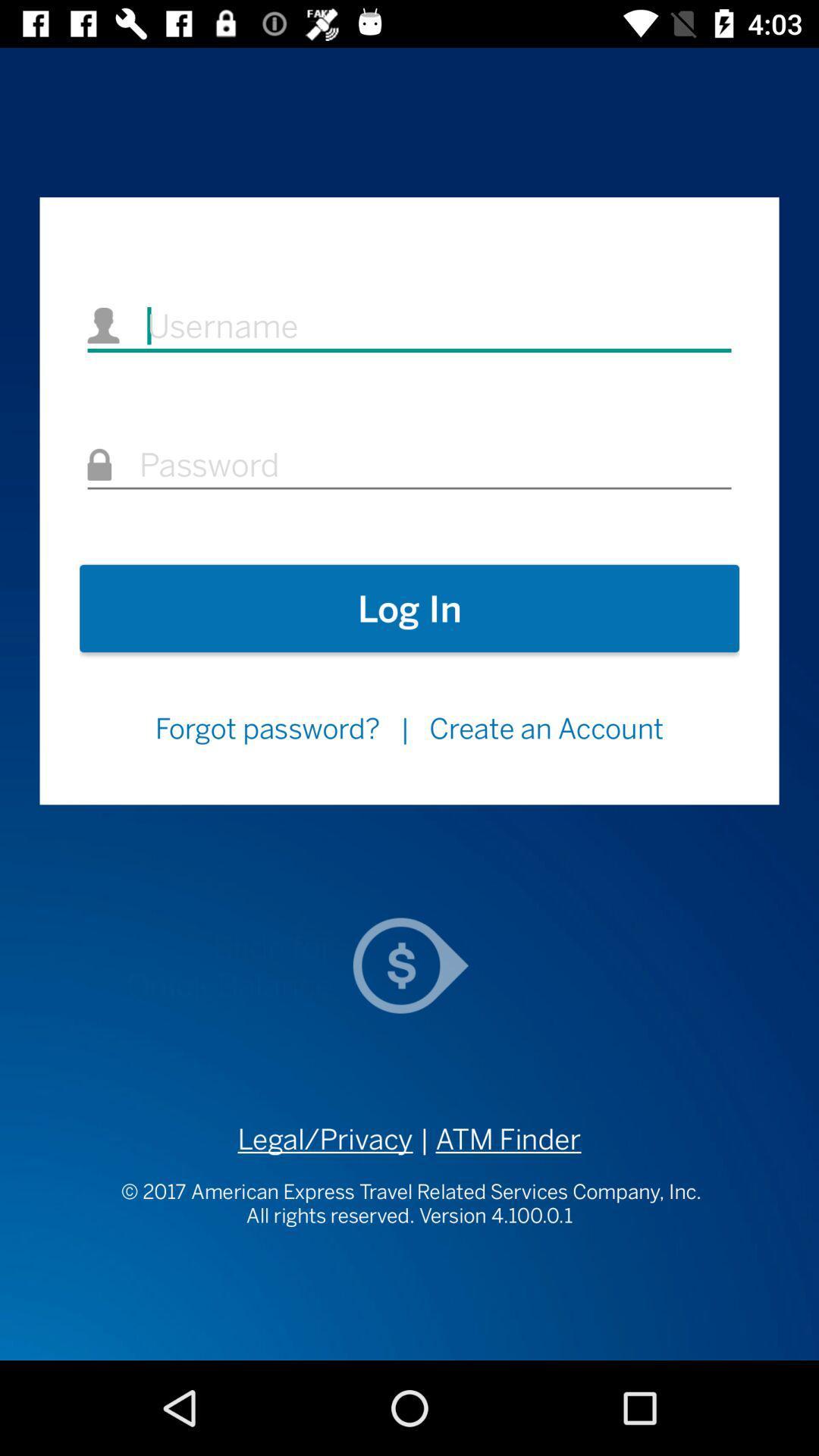 The image size is (819, 1456). Describe the element at coordinates (409, 464) in the screenshot. I see `type in password` at that location.